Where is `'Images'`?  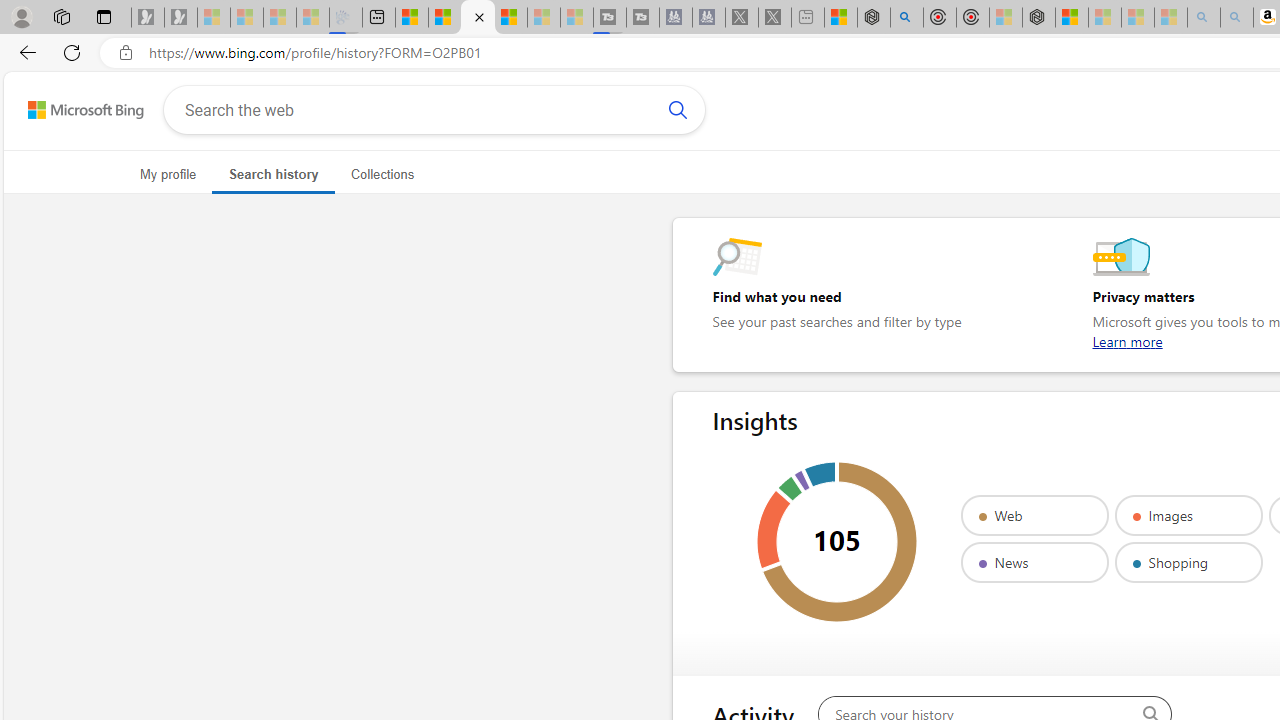
'Images' is located at coordinates (1188, 514).